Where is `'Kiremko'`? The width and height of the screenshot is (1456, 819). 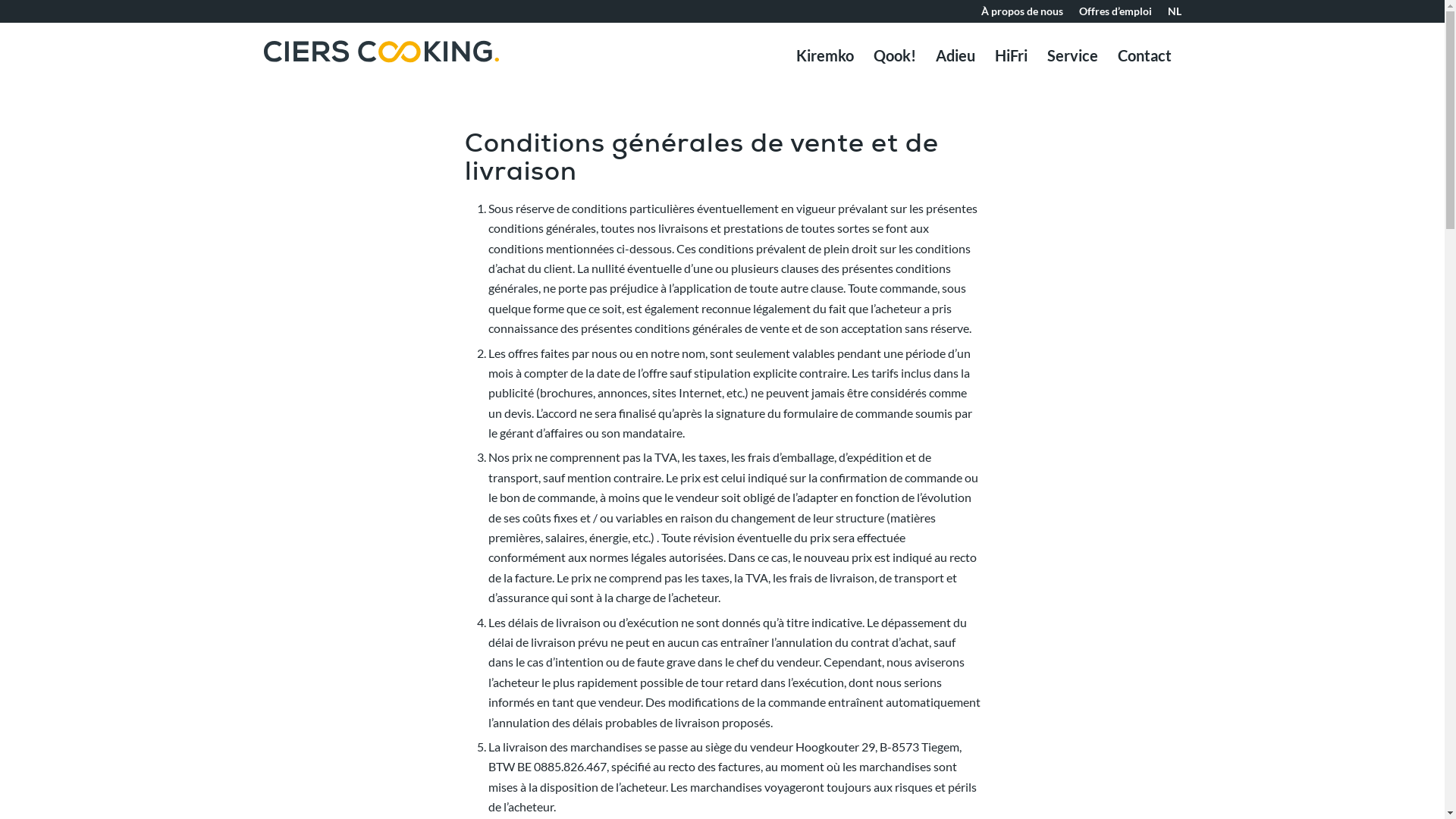
'Kiremko' is located at coordinates (786, 55).